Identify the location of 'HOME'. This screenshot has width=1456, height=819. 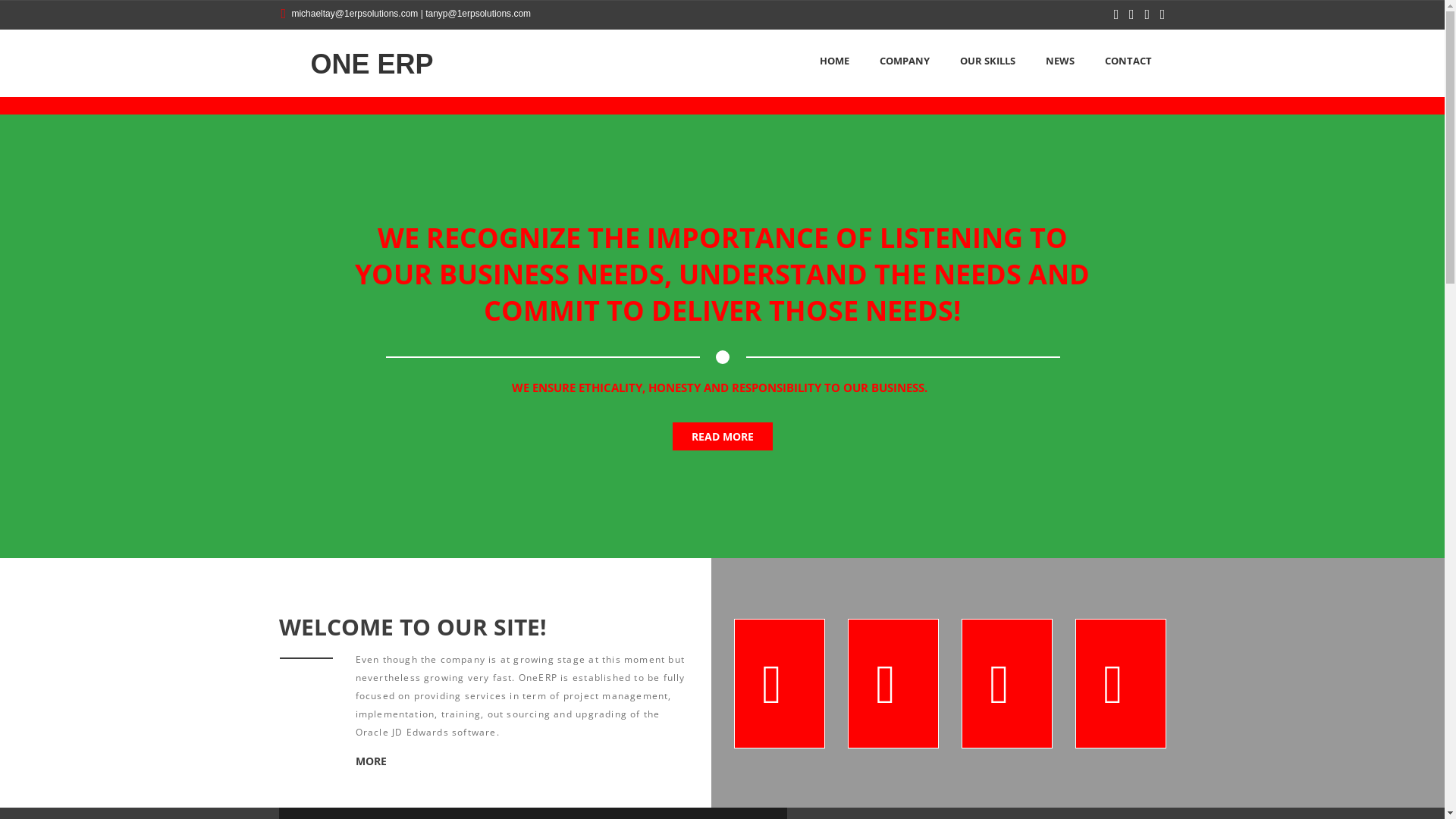
(833, 60).